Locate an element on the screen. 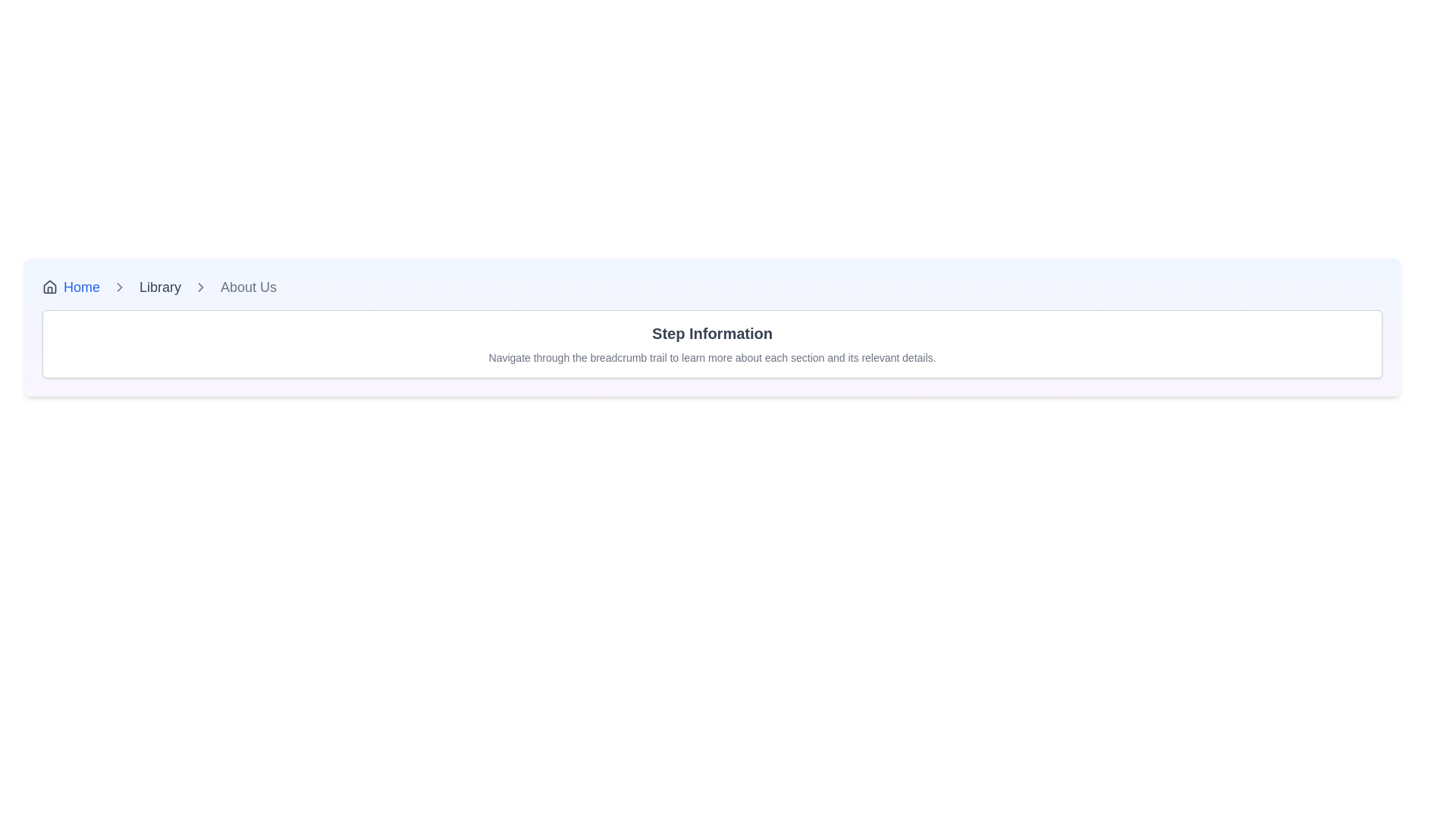 This screenshot has width=1456, height=819. the 'Home' hyperlink text is located at coordinates (81, 287).